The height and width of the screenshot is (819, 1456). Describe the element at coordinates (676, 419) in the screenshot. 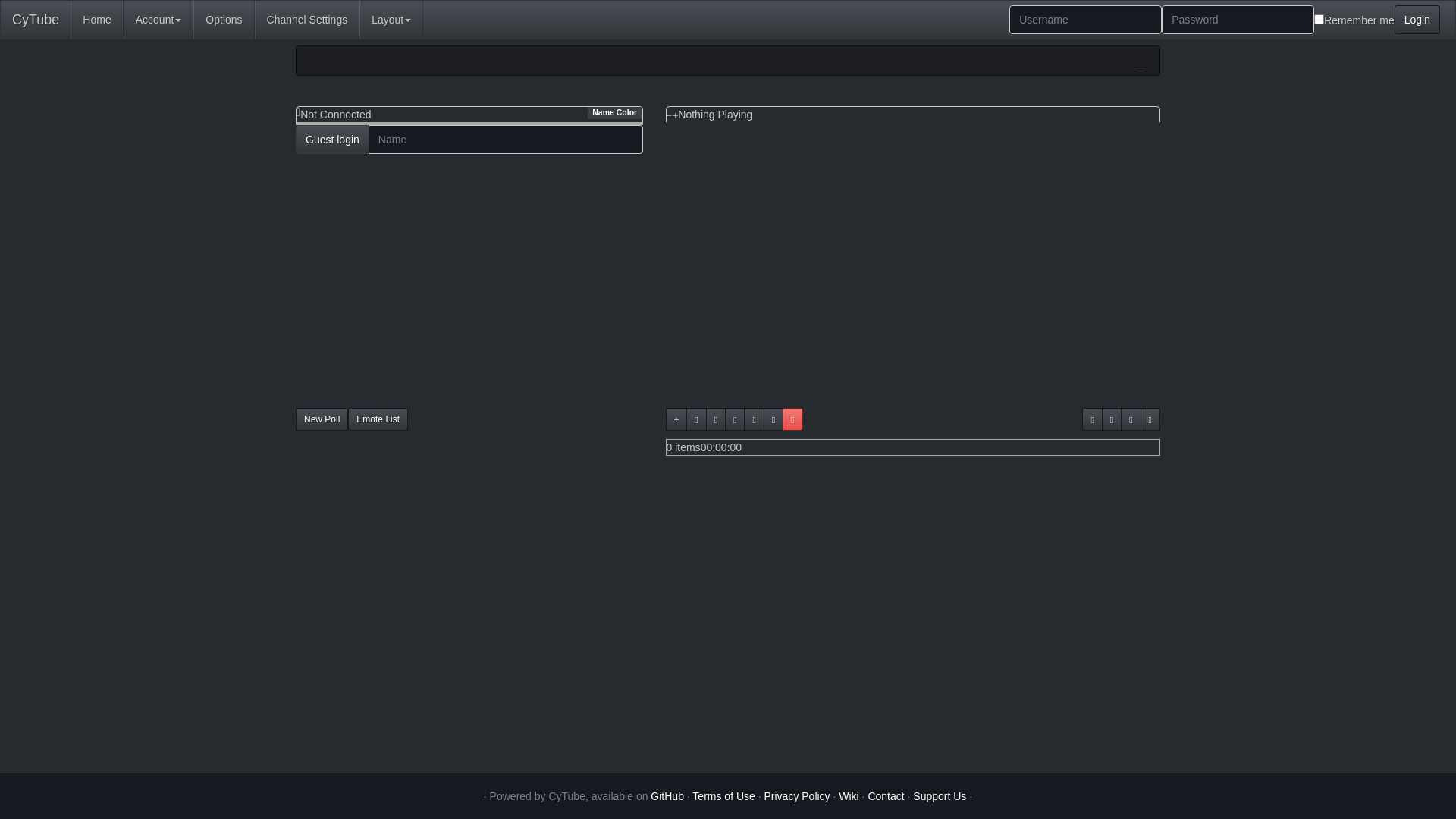

I see `'Add video from URL'` at that location.